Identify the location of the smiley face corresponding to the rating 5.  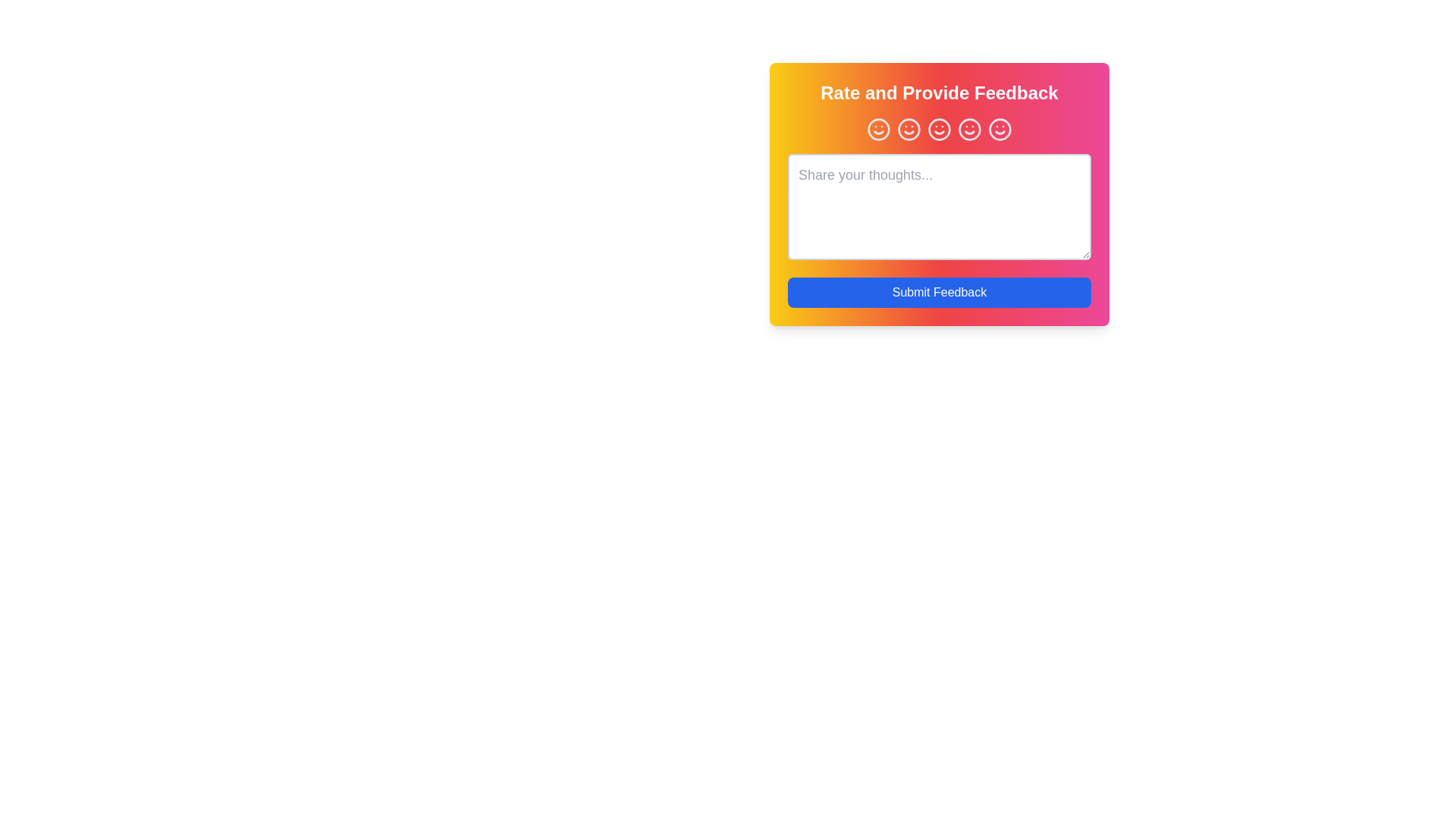
(1000, 128).